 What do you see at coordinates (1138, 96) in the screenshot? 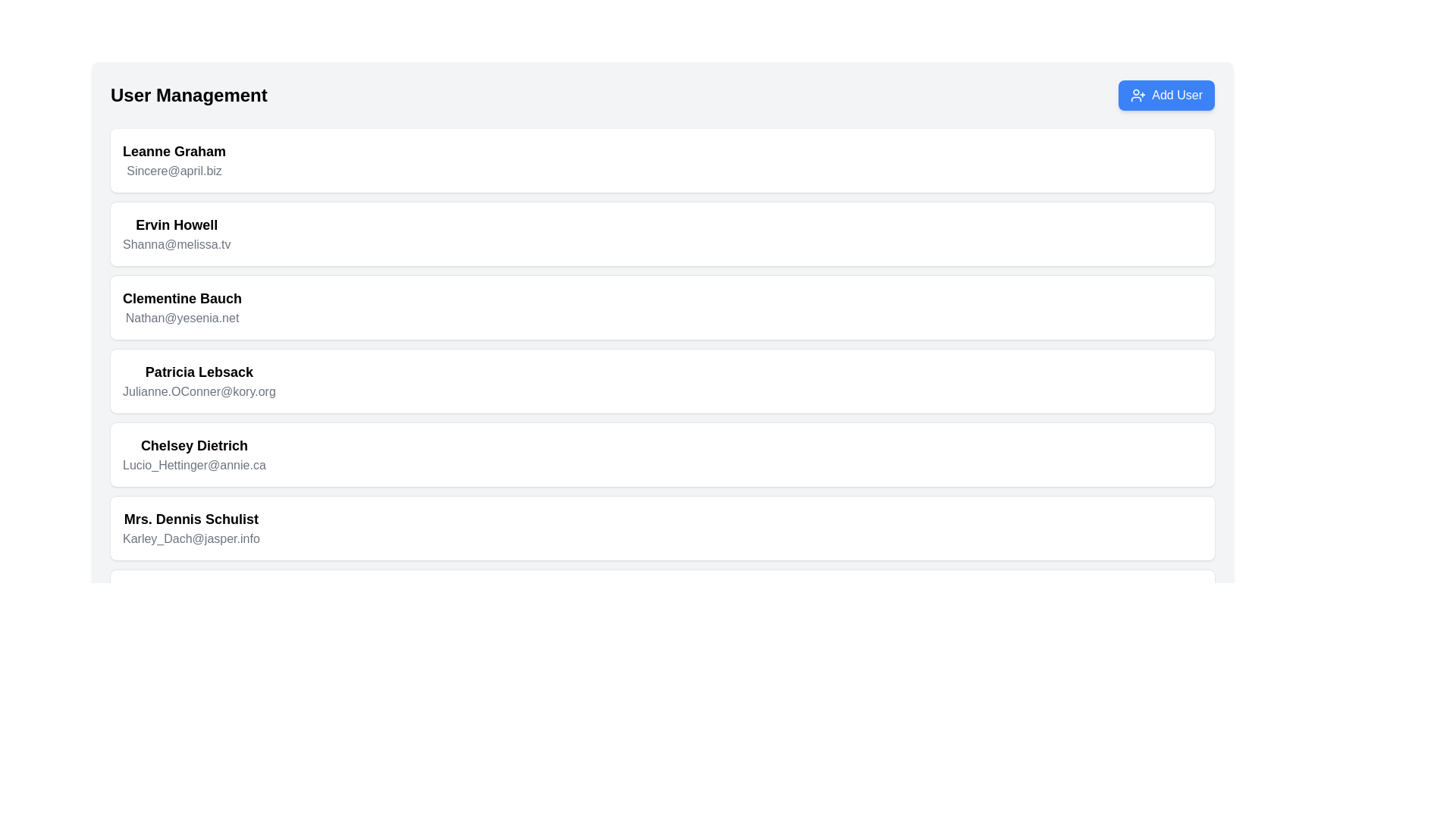
I see `the icon within the 'Add User' button located in the top-right corner of the interface to indicate the action of adding a new user` at bounding box center [1138, 96].